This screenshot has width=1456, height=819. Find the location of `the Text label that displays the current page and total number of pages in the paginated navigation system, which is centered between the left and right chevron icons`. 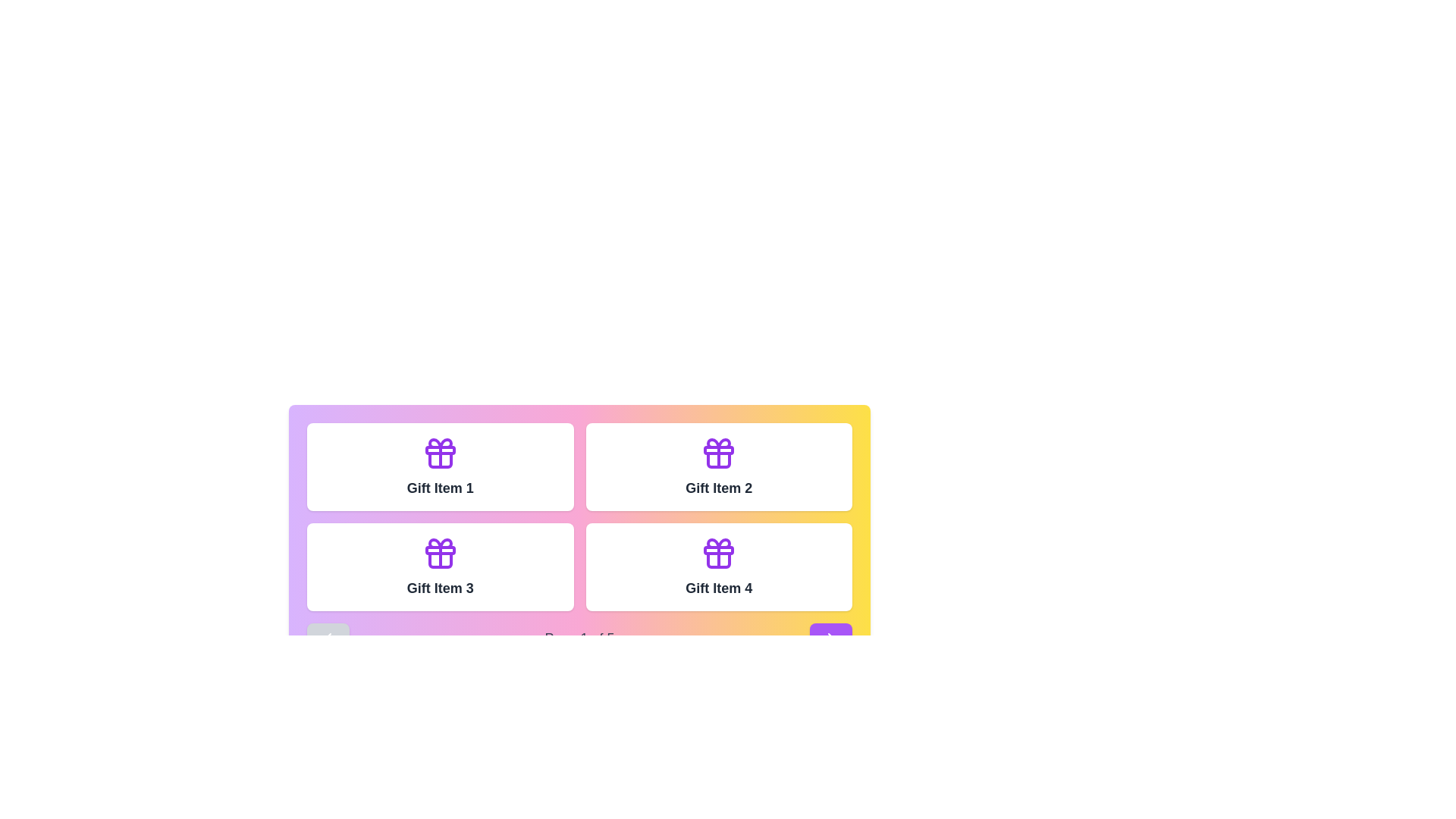

the Text label that displays the current page and total number of pages in the paginated navigation system, which is centered between the left and right chevron icons is located at coordinates (579, 638).